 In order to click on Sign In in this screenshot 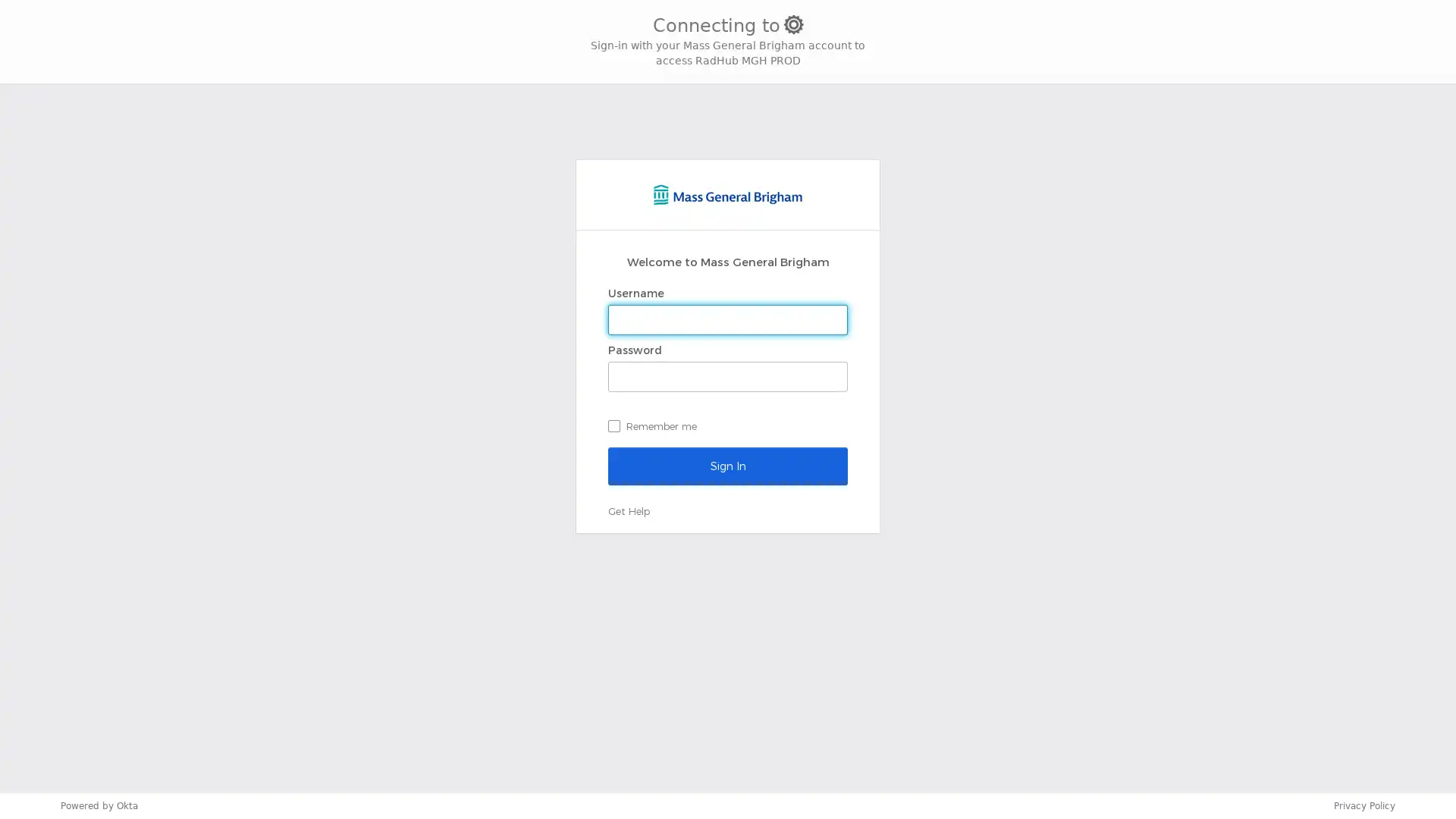, I will do `click(728, 464)`.